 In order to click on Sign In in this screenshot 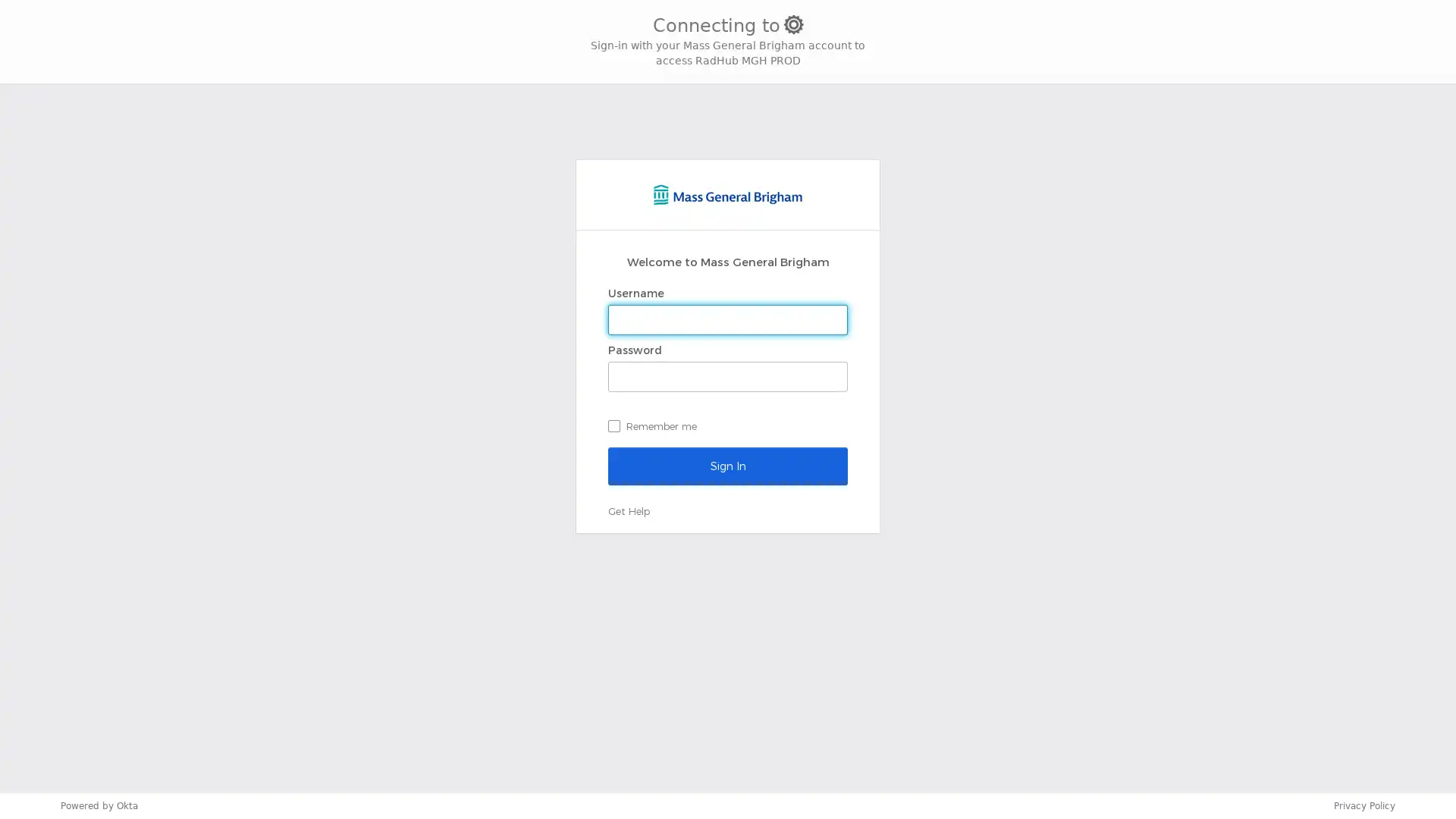, I will do `click(728, 464)`.